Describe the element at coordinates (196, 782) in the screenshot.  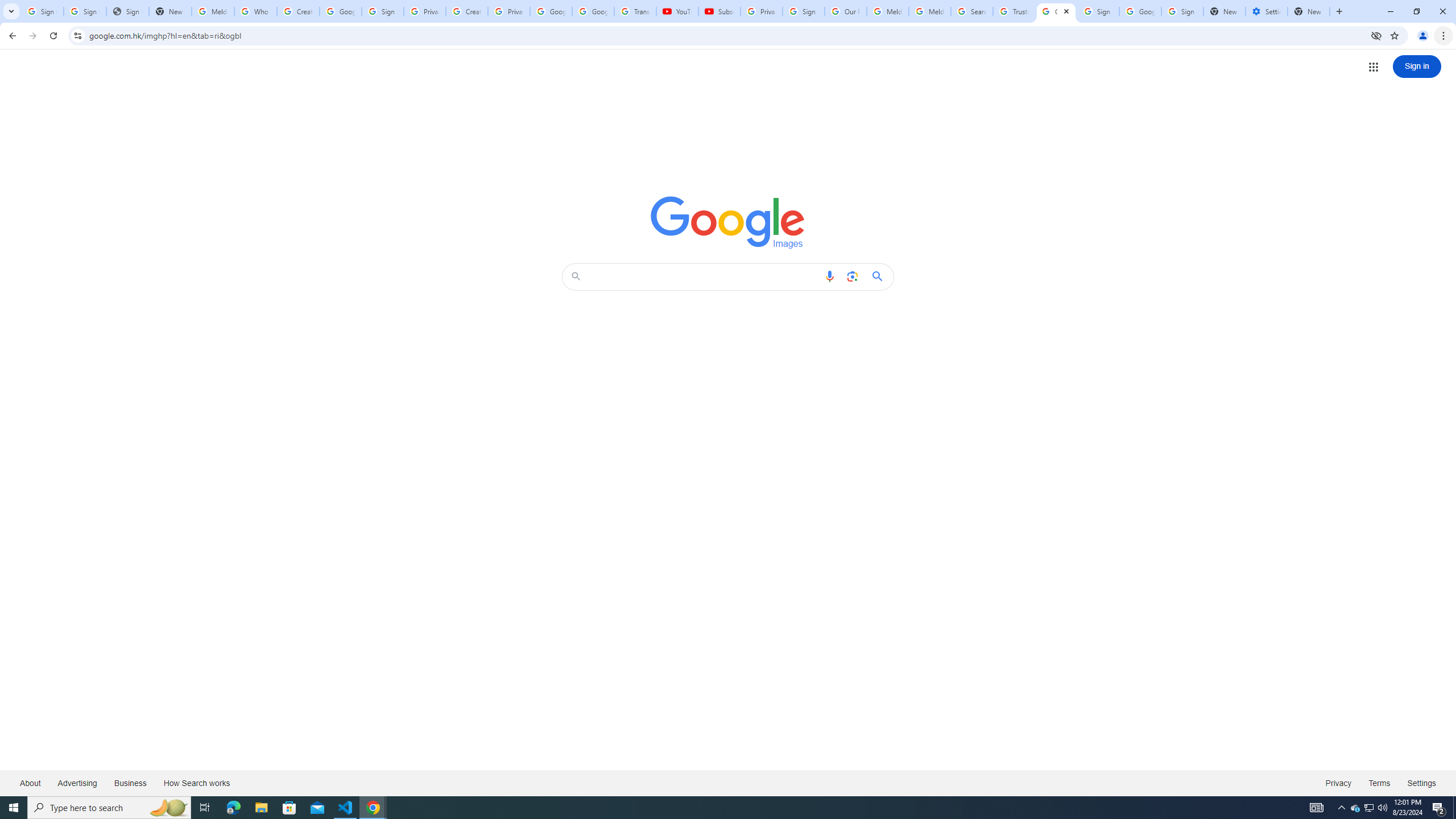
I see `'How Search works'` at that location.